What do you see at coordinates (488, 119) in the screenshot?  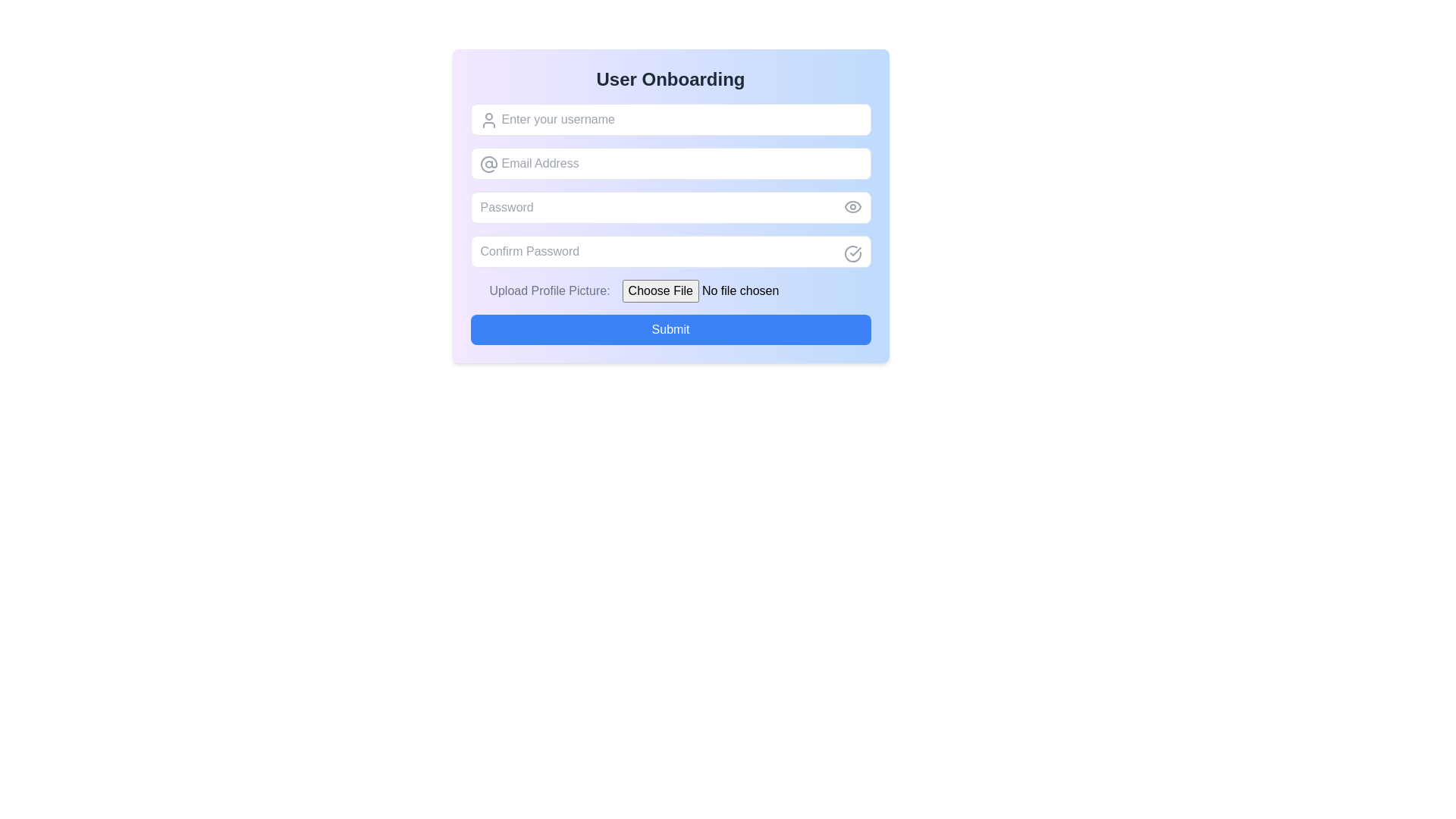 I see `the decorative icon indicating the username input field in the user onboarding form, located at the left side of the username input box` at bounding box center [488, 119].